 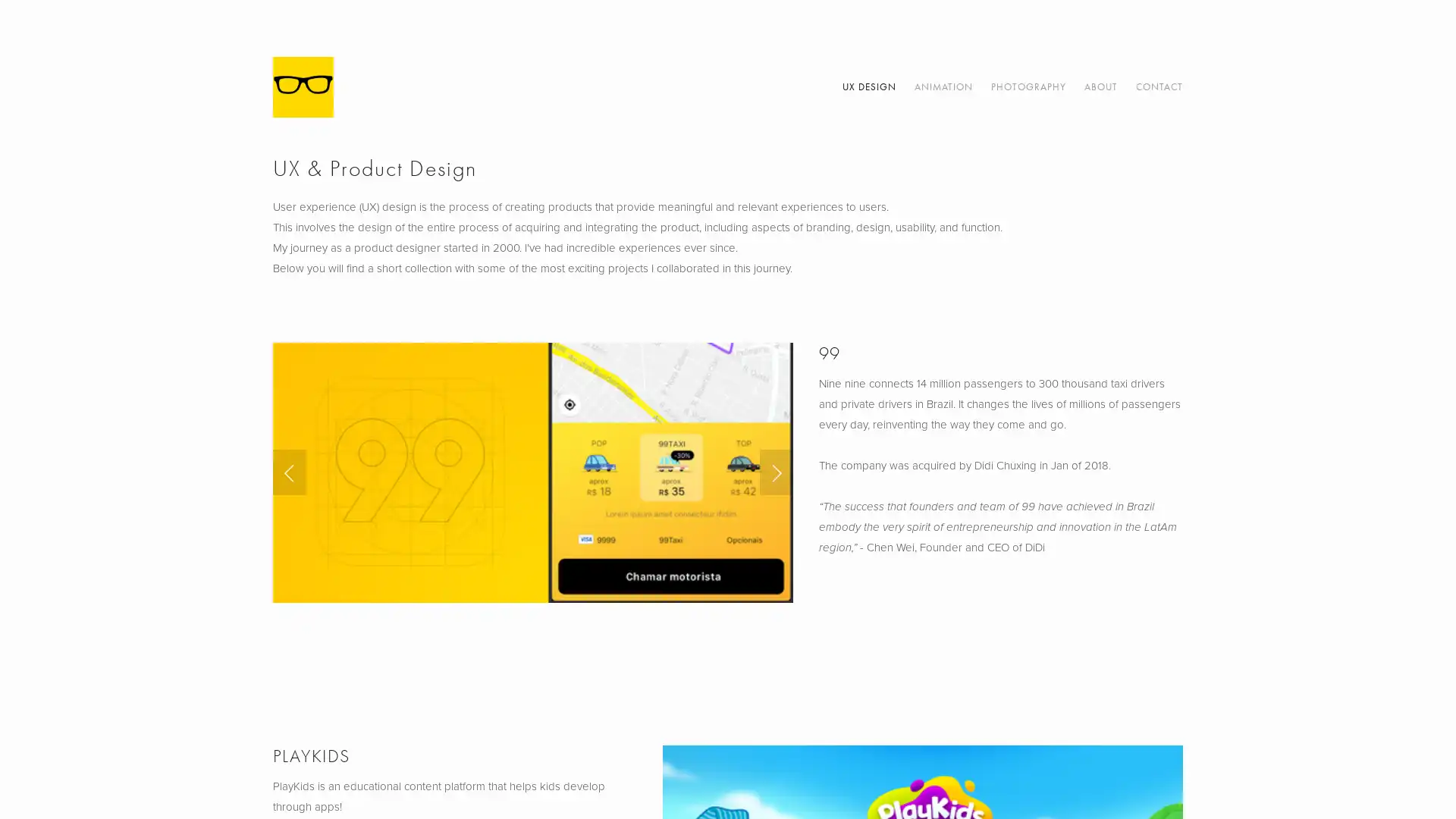 I want to click on Next Slide, so click(x=775, y=472).